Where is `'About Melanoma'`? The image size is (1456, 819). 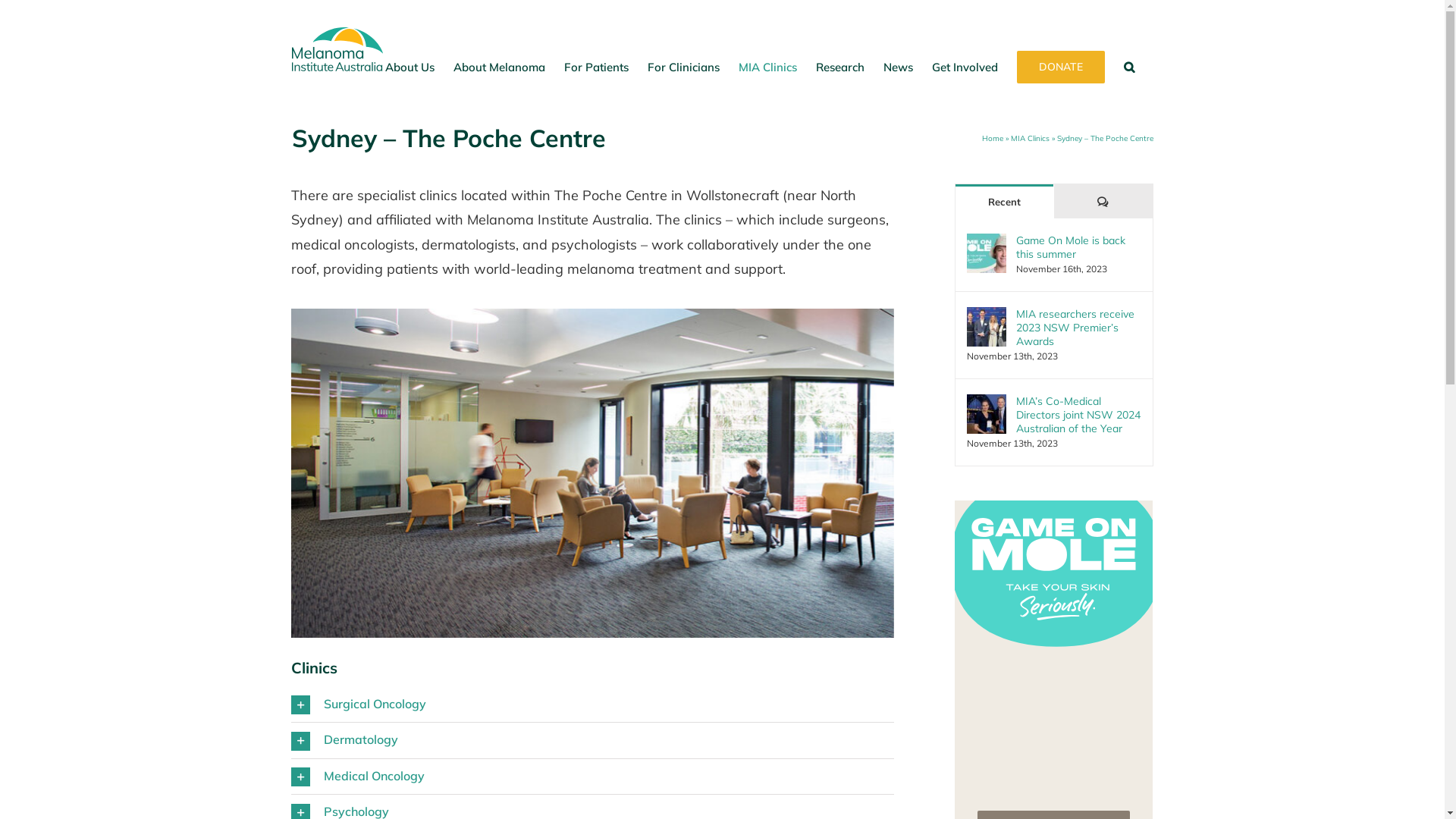
'About Melanoma' is located at coordinates (499, 66).